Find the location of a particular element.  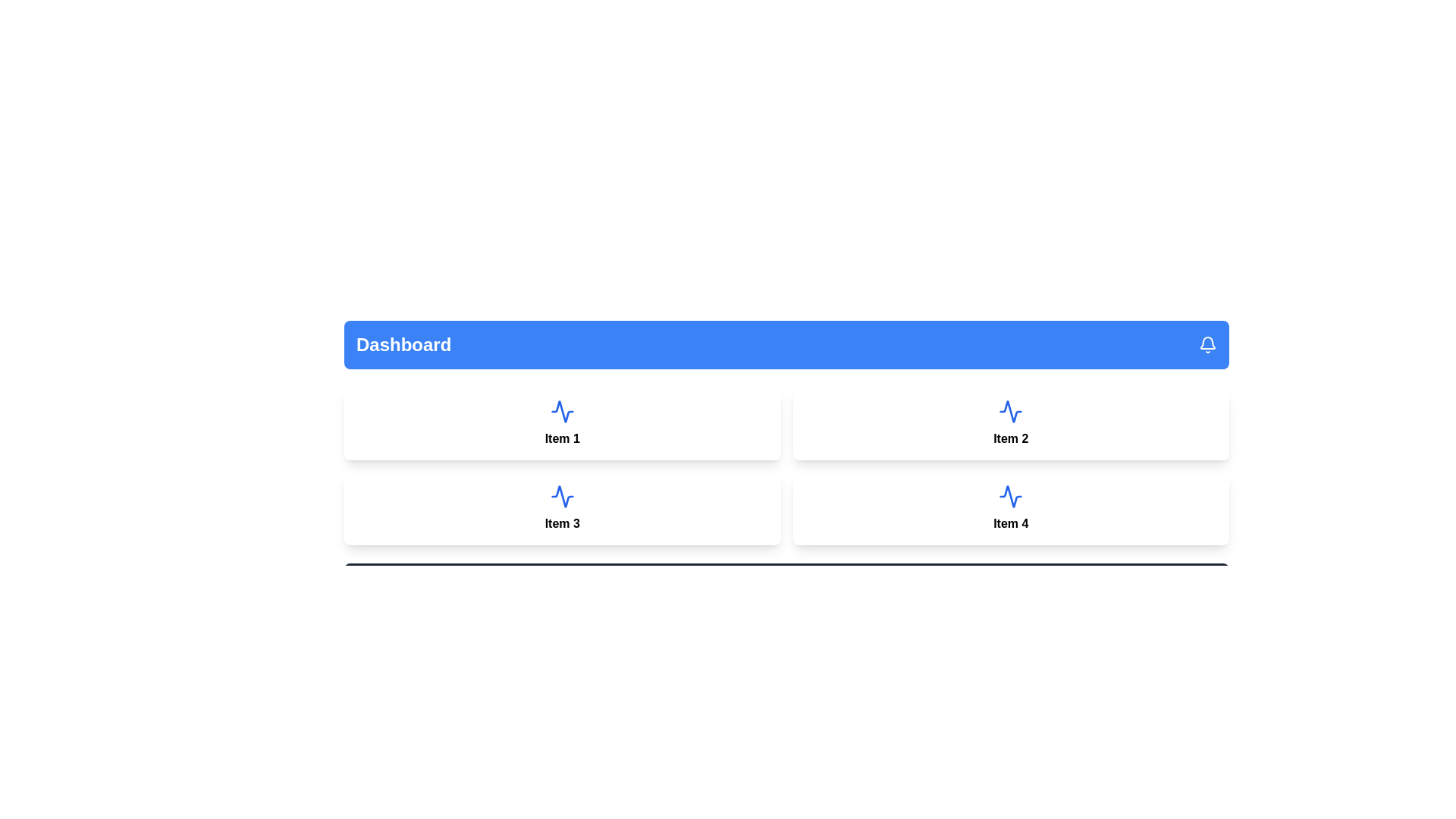

the activity waveform icon located in the upper section of the top-left card ('Item 1') in the grid is located at coordinates (561, 412).